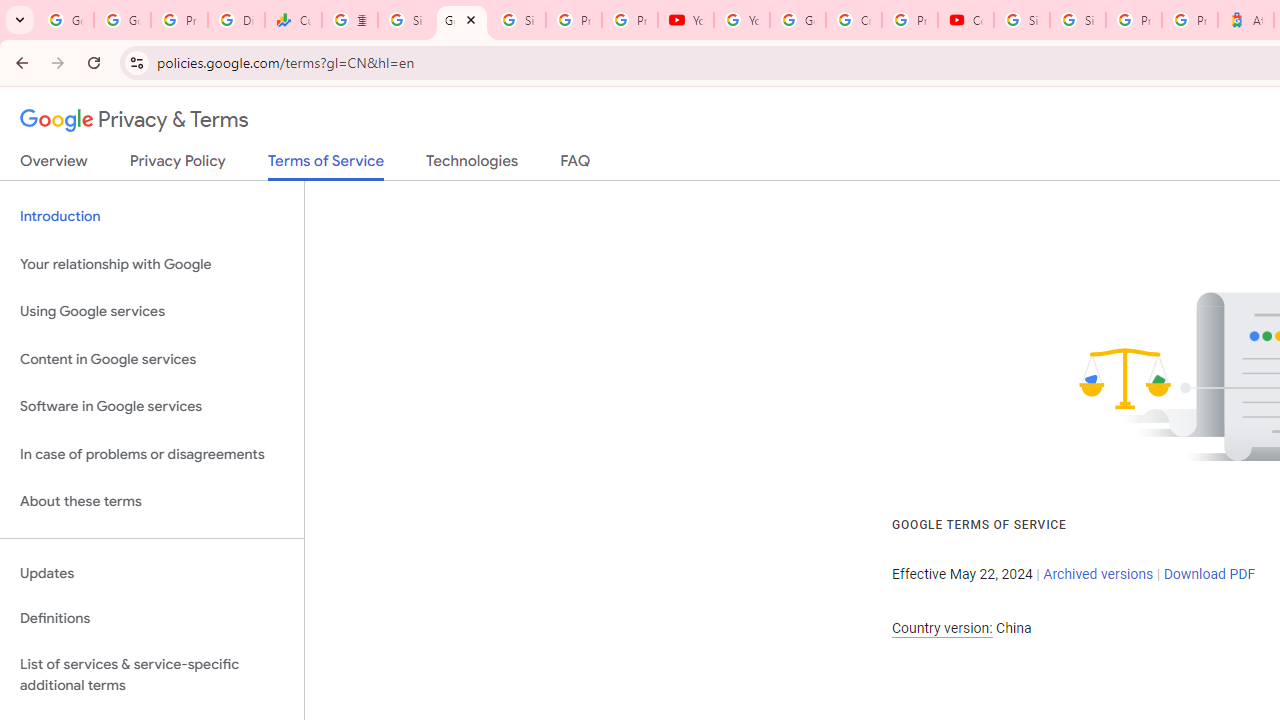 The width and height of the screenshot is (1280, 720). I want to click on 'YouTube', so click(741, 20).